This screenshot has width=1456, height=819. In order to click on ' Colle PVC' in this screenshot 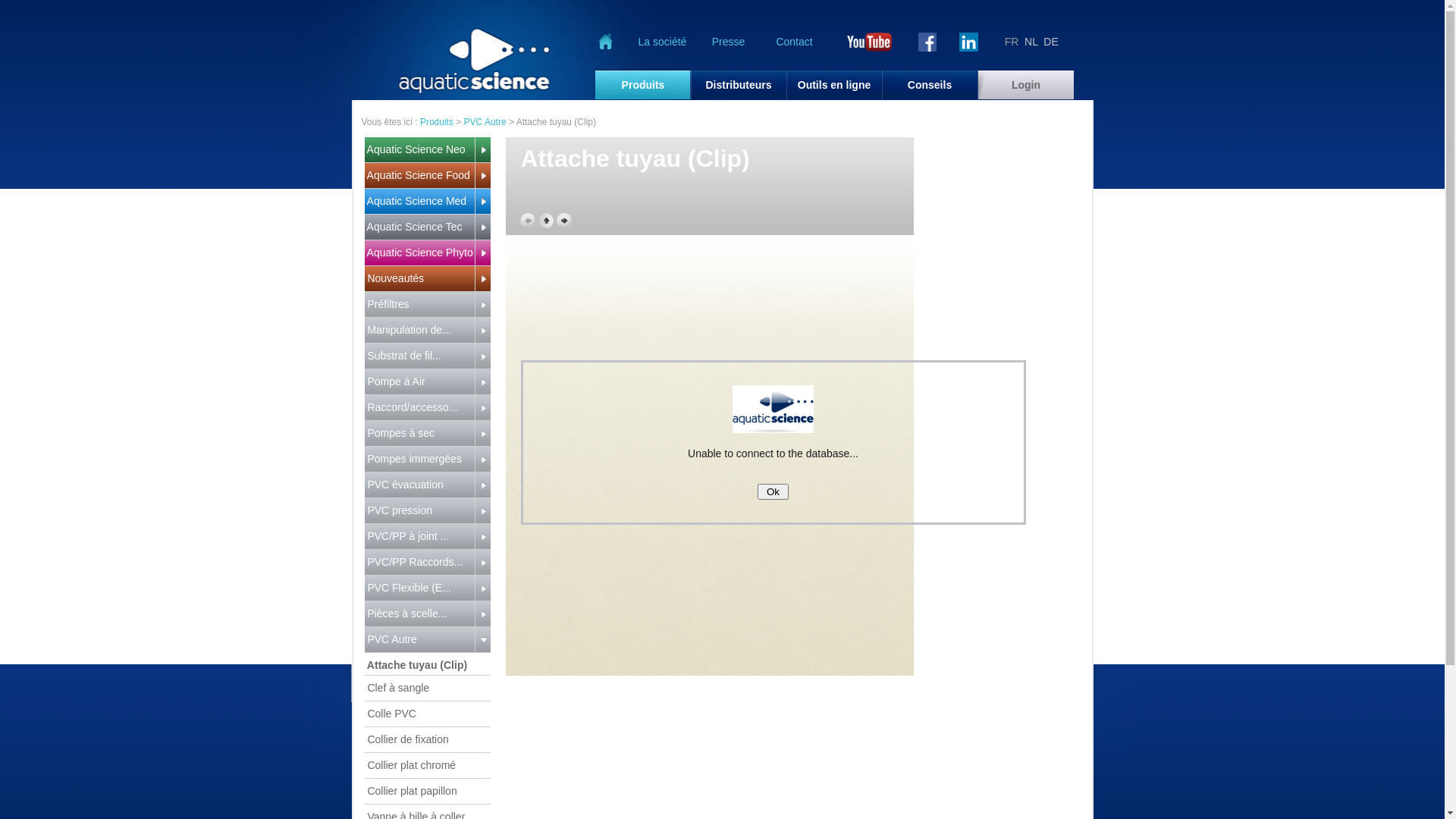, I will do `click(364, 714)`.